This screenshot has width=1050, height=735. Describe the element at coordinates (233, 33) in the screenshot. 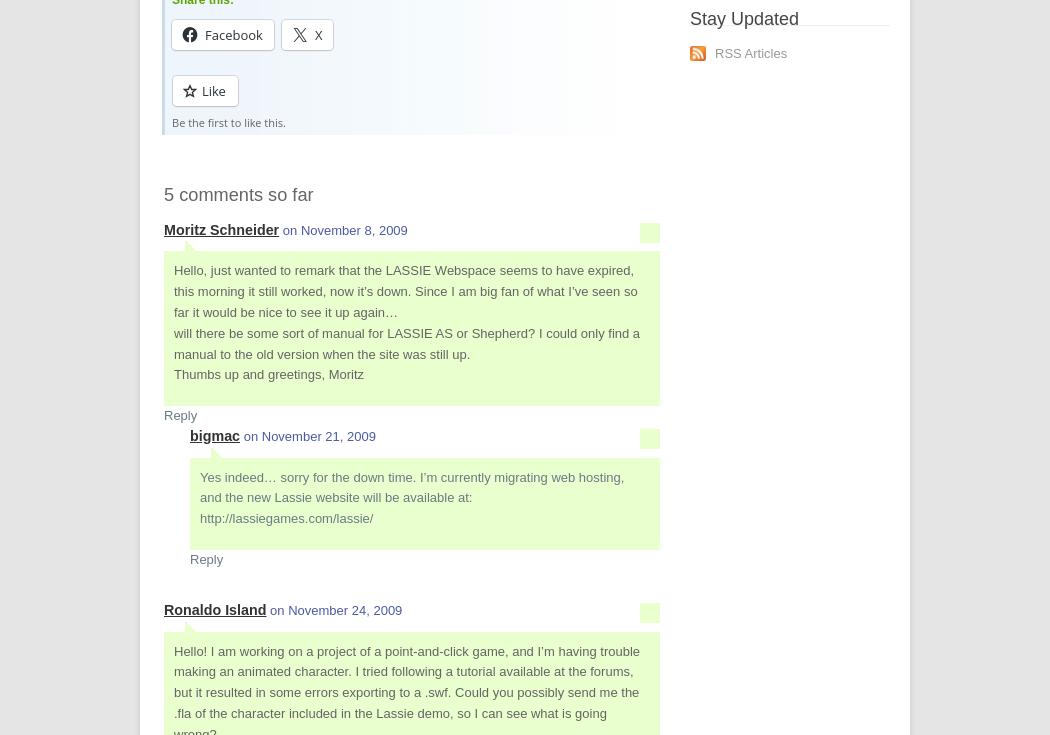

I see `'Facebook'` at that location.